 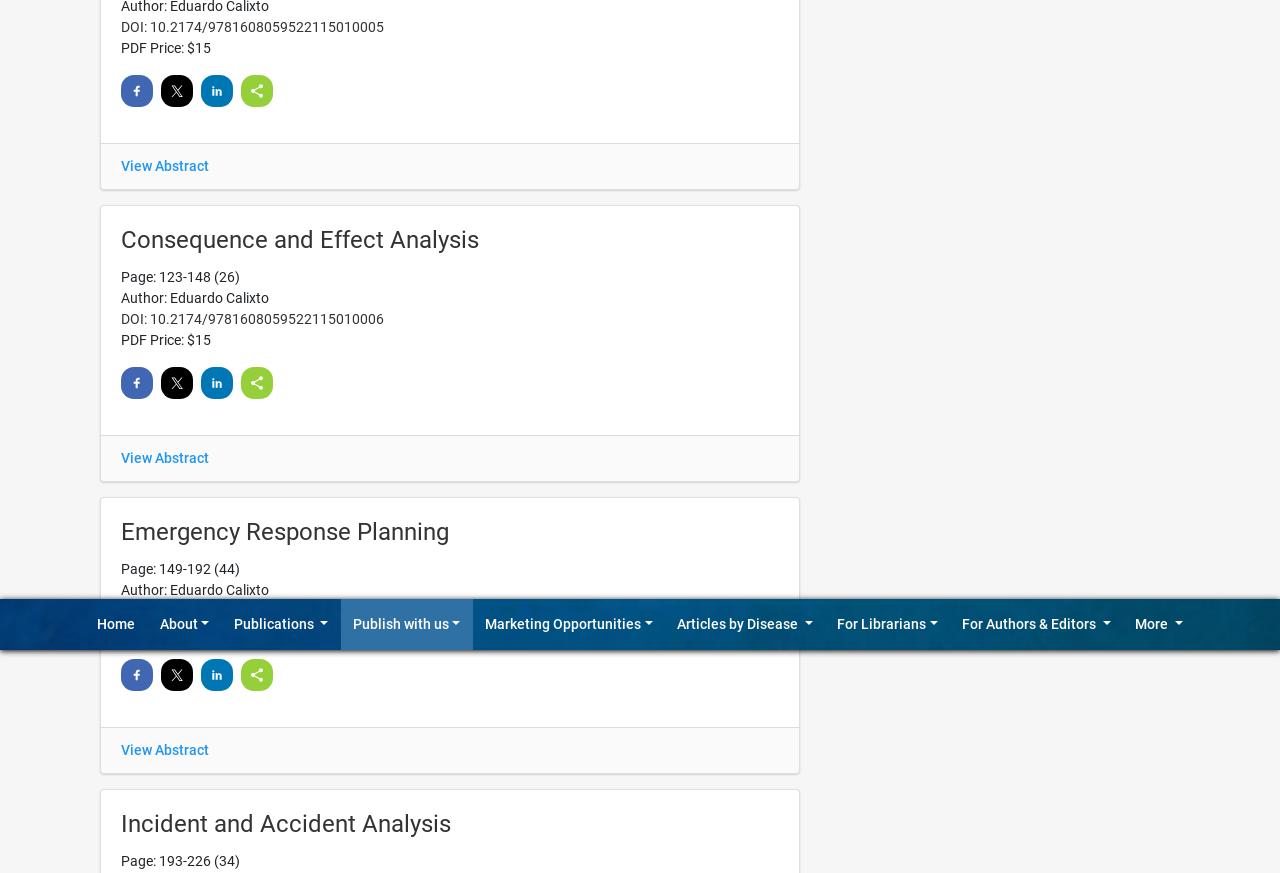 What do you see at coordinates (1107, 258) in the screenshot?
I see `'Privacy Policy'` at bounding box center [1107, 258].